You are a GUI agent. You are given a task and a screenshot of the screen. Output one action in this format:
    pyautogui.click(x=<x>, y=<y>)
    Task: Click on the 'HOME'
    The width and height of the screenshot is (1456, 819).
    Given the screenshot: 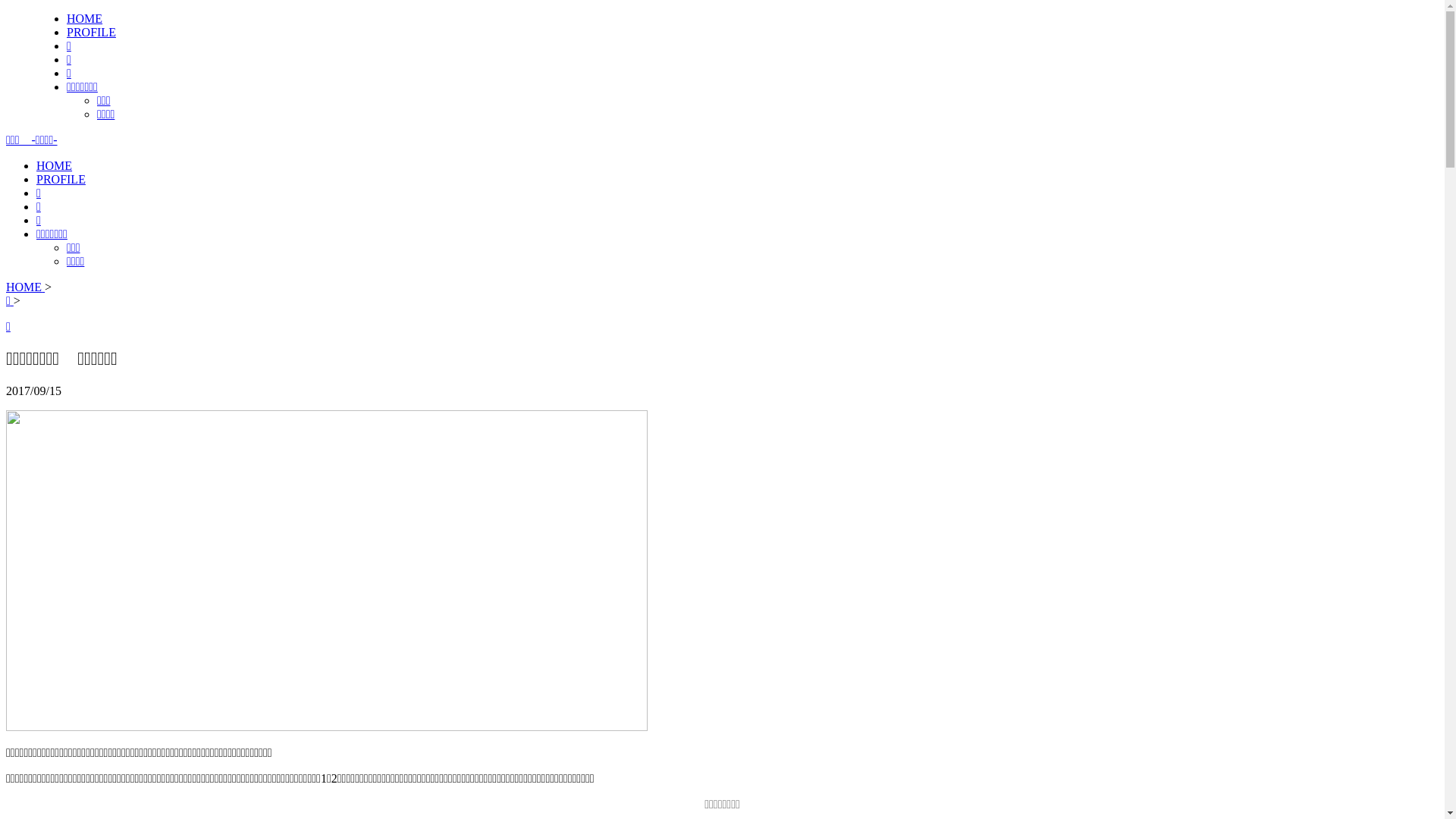 What is the action you would take?
    pyautogui.click(x=54, y=165)
    